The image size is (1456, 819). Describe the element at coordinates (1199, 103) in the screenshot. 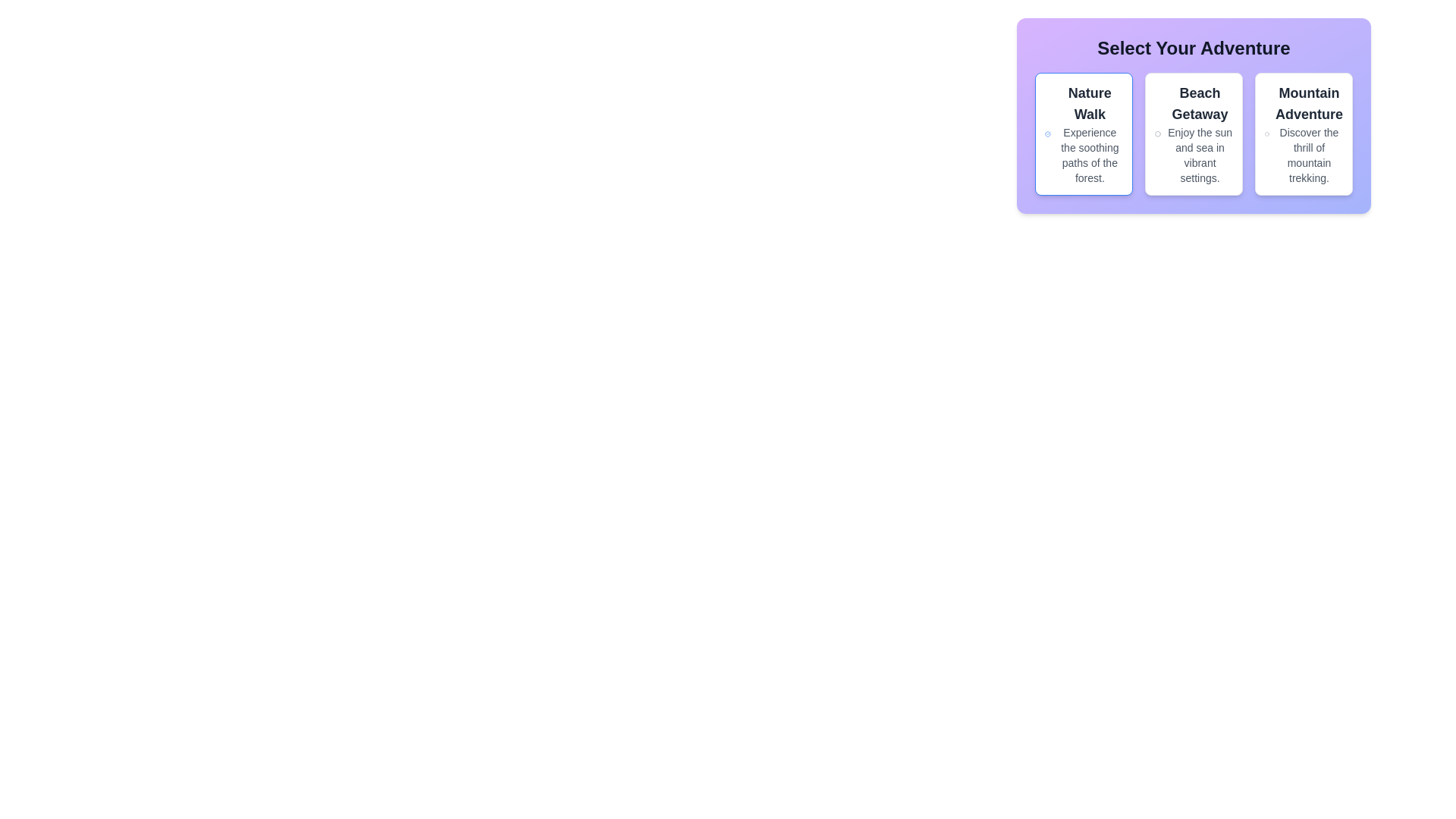

I see `the title text display that introduces the adventure selection menu, located in the middle card of the triplet layout` at that location.